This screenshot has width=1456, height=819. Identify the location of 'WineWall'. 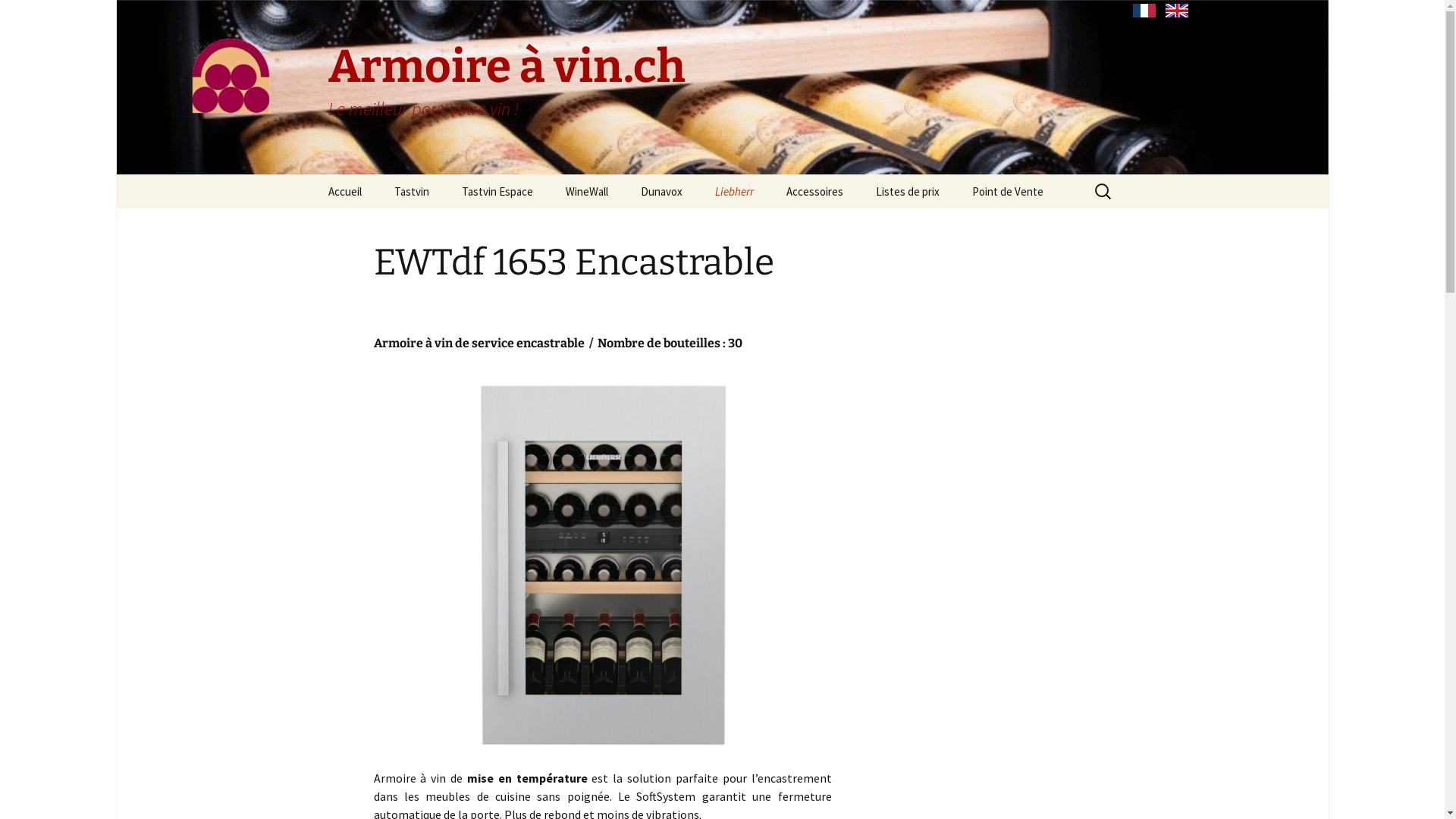
(549, 190).